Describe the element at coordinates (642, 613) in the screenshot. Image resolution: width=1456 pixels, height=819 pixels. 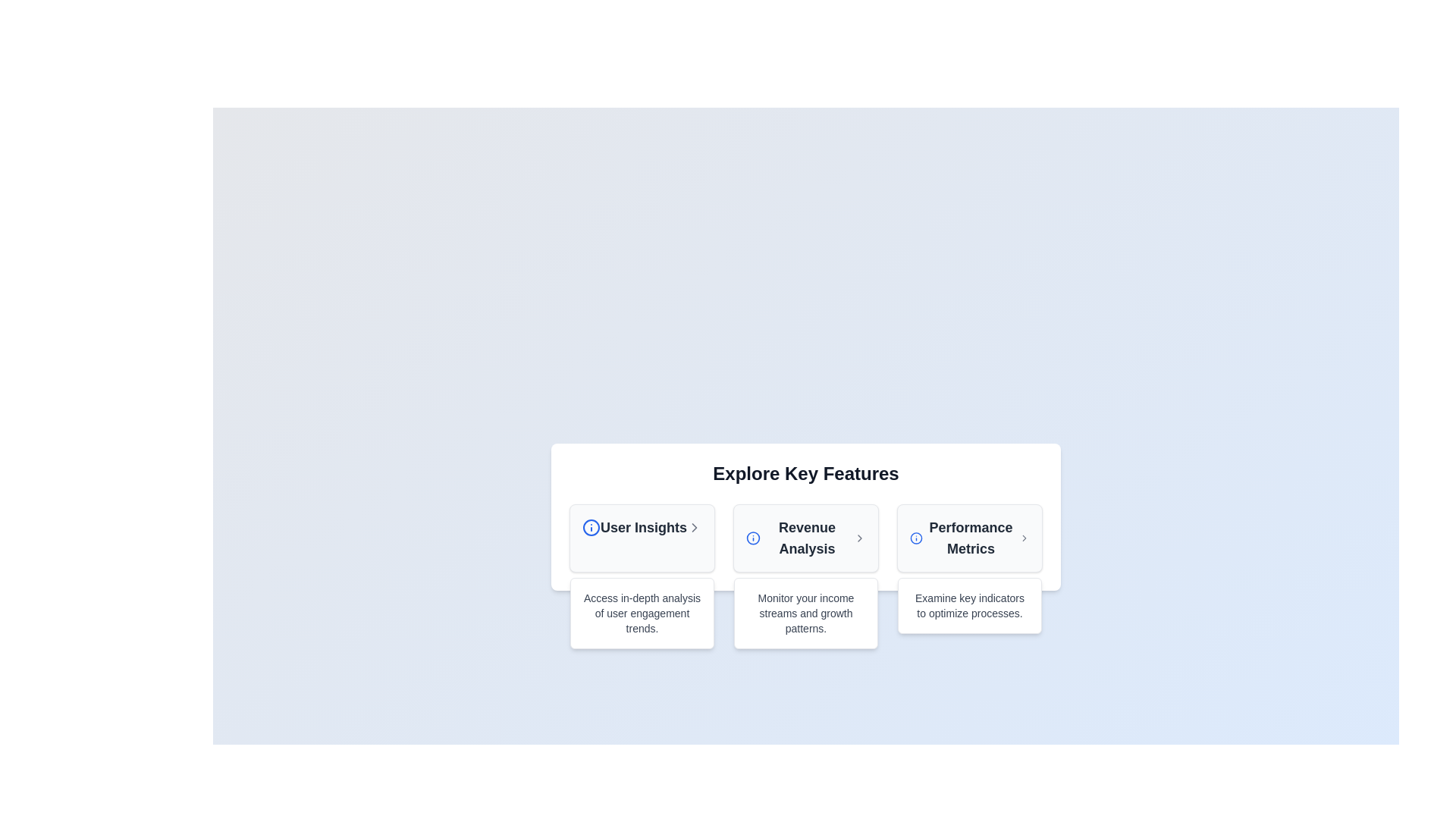
I see `descriptive text element containing the phrase 'Access in-depth analysis of user engagement trends.' located beneath the 'User Insights' card` at that location.